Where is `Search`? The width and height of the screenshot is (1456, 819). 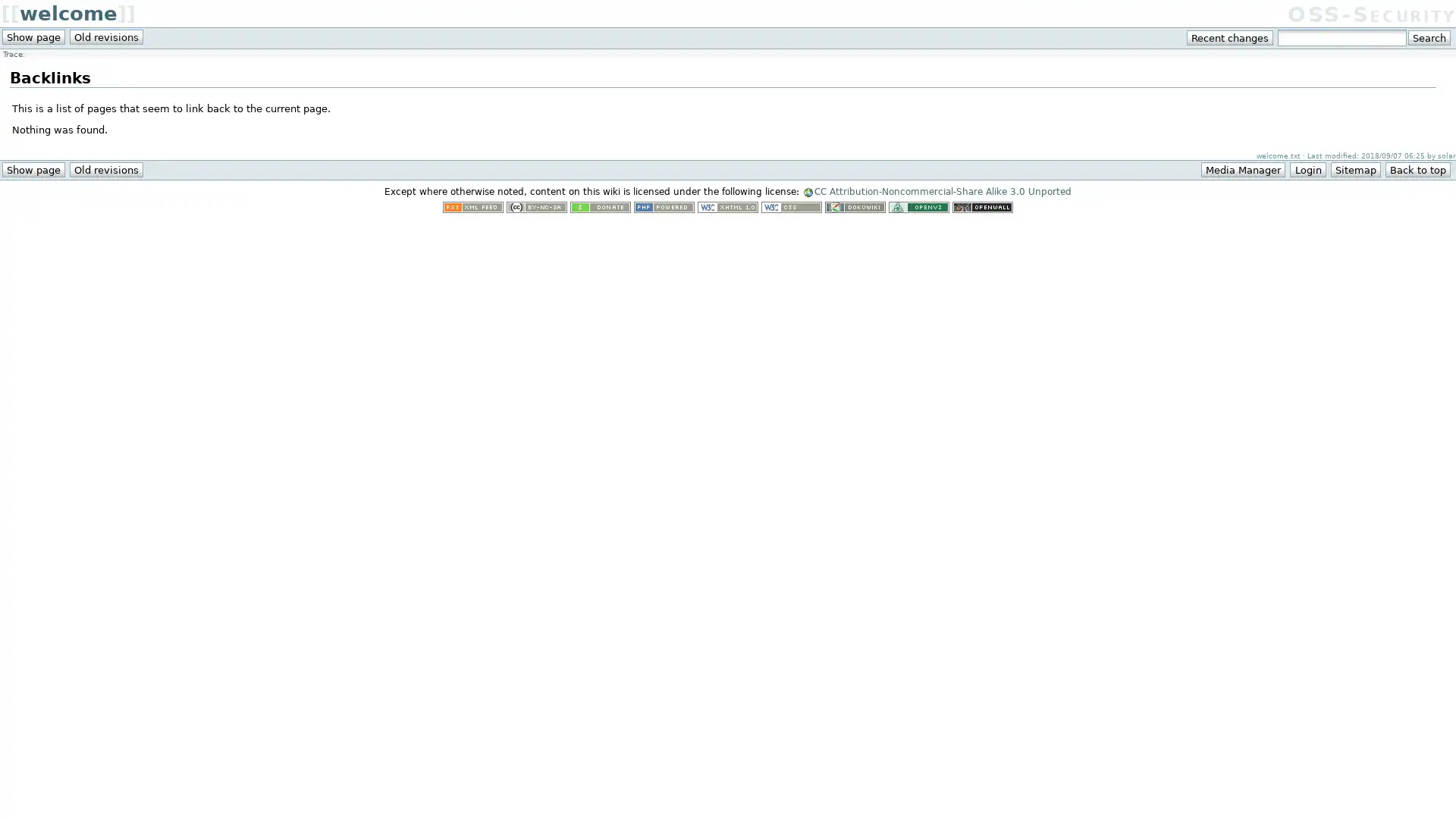 Search is located at coordinates (1428, 37).